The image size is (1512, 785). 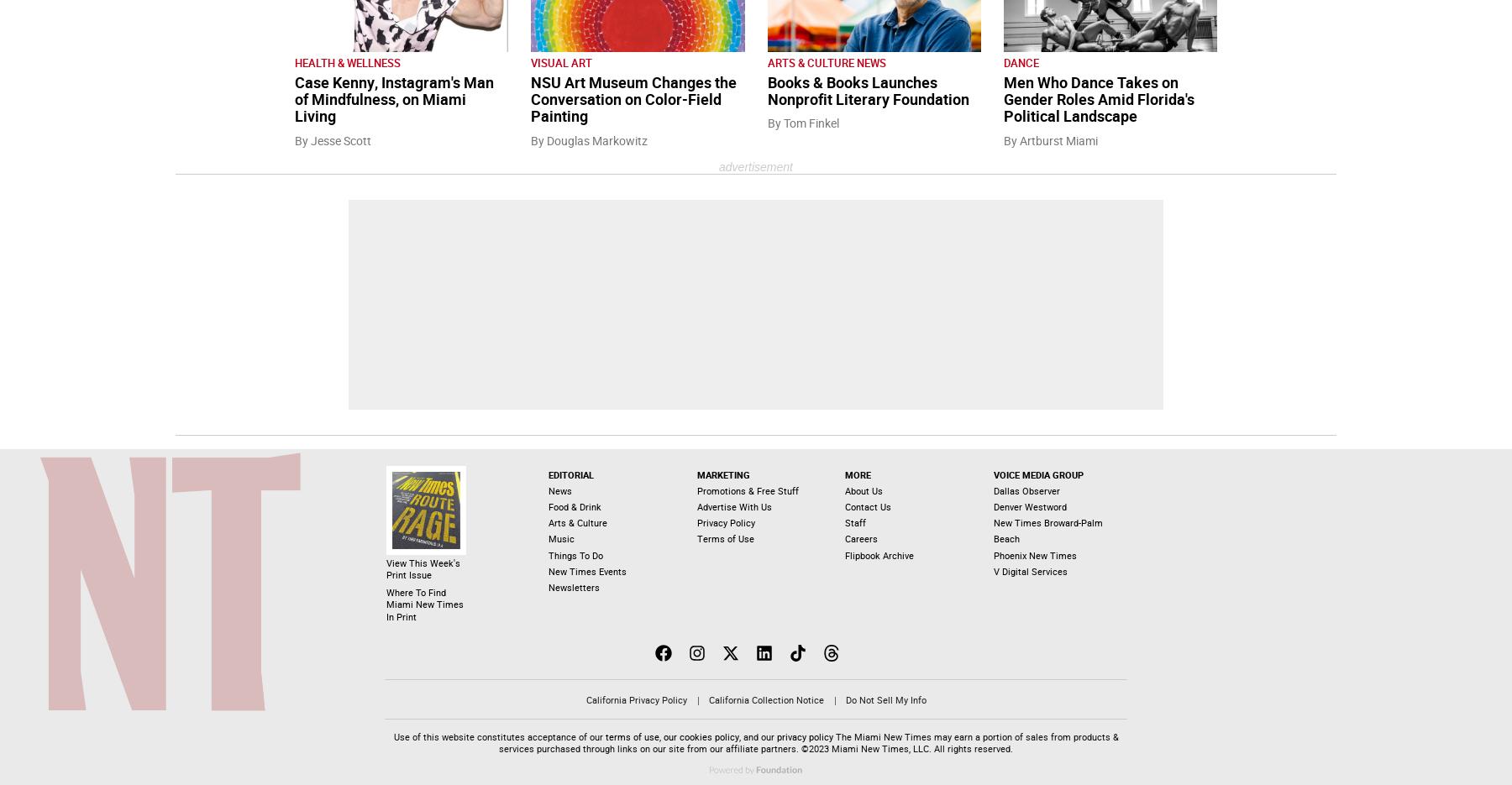 What do you see at coordinates (700, 735) in the screenshot?
I see `'our cookies policy'` at bounding box center [700, 735].